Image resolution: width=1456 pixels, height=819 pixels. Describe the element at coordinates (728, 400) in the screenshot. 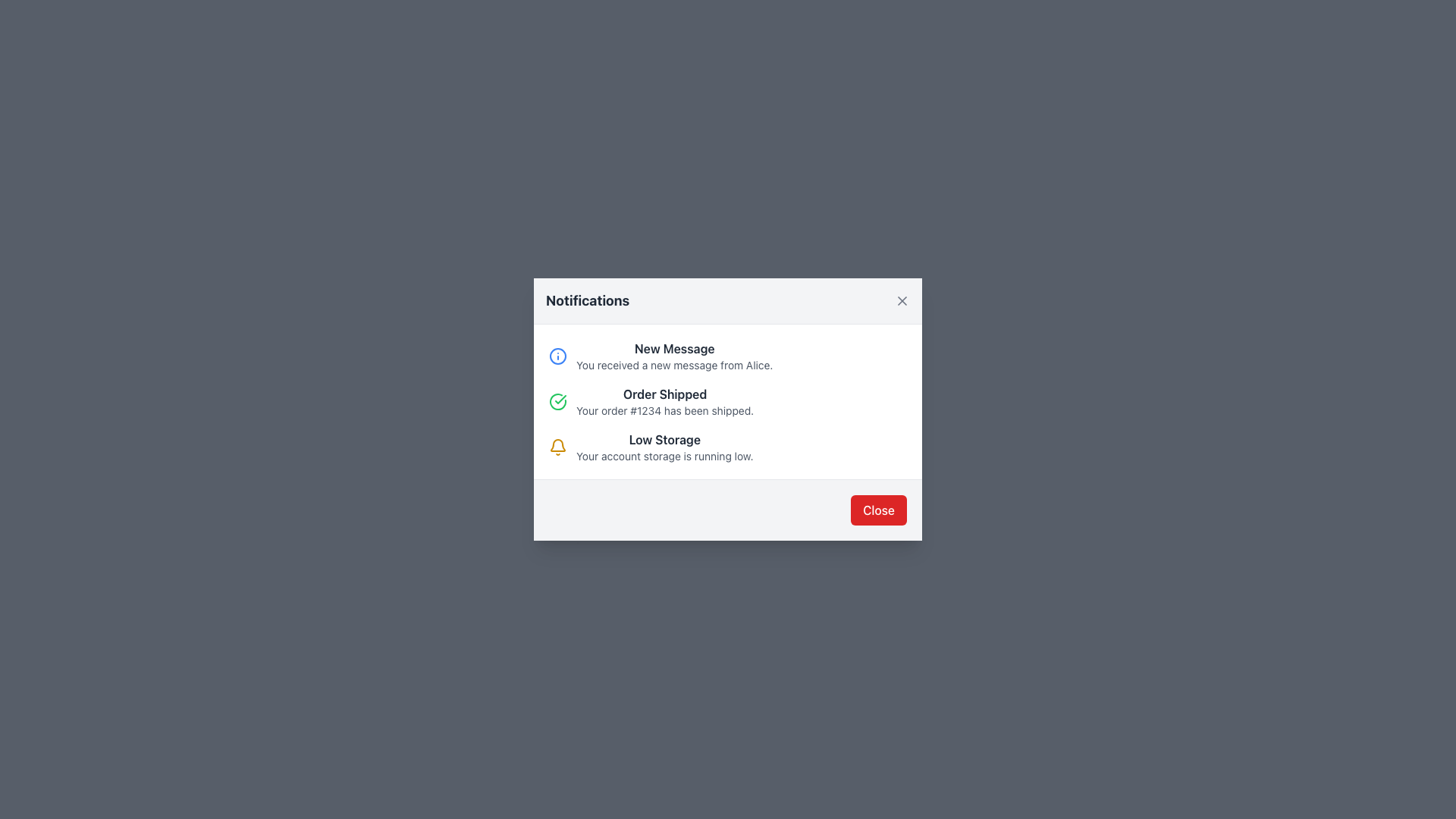

I see `the Notification panel containing three notification items, each with distinct icons and titles, located in the central modal window` at that location.